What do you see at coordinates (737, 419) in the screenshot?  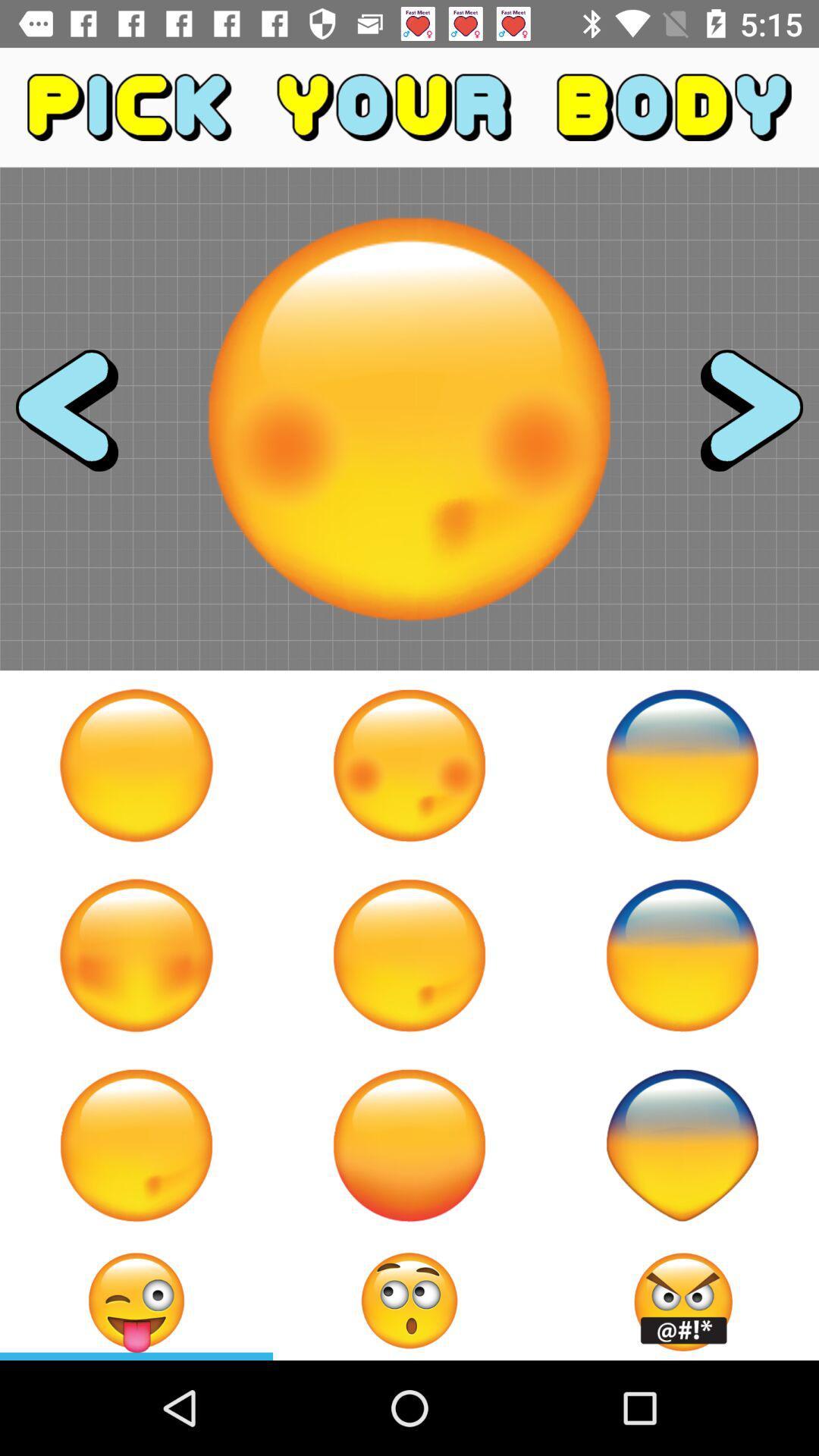 I see `the arrow_forward icon` at bounding box center [737, 419].